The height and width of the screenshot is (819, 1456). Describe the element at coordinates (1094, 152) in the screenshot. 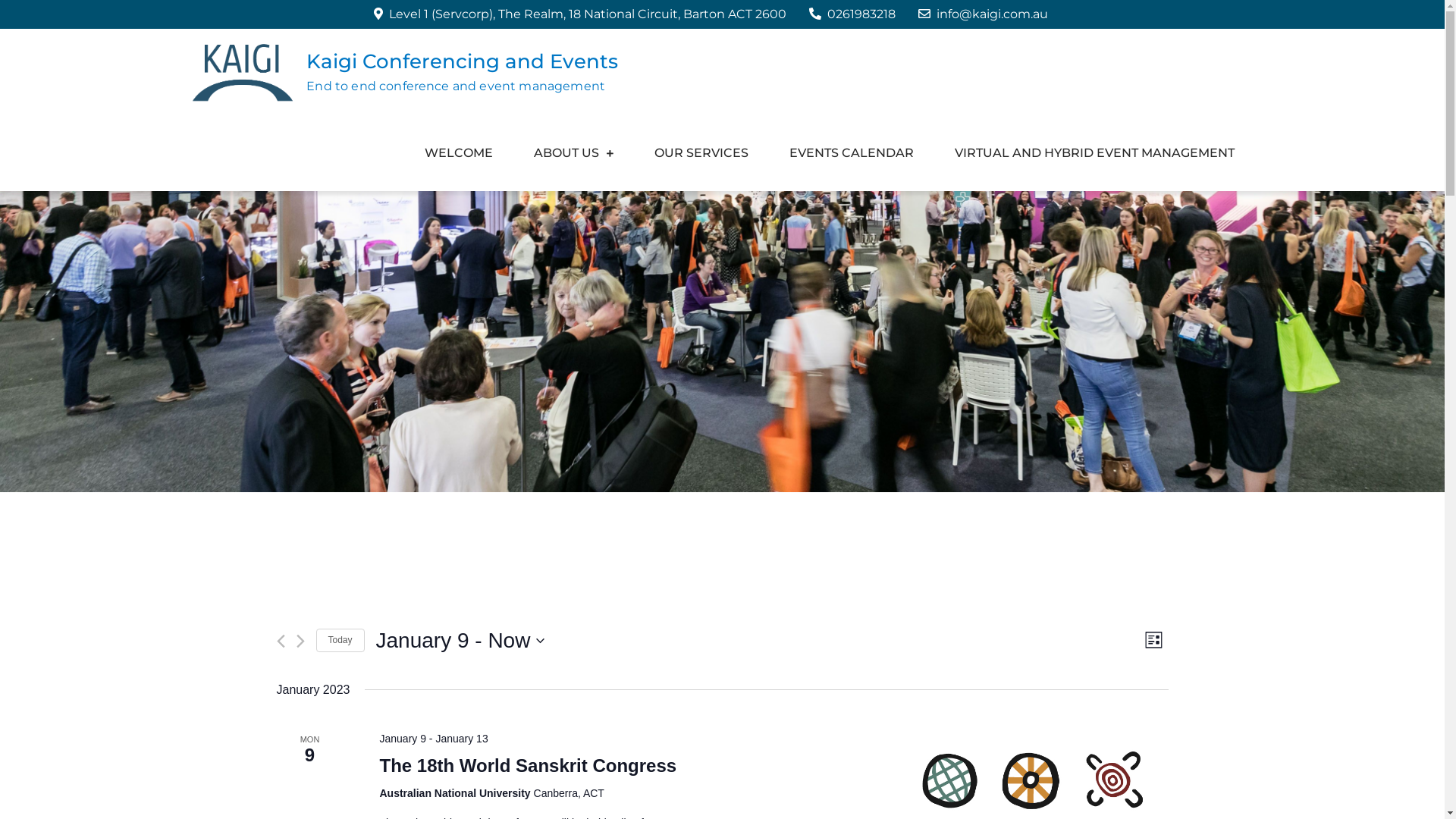

I see `'VIRTUAL AND HYBRID EVENT MANAGEMENT'` at that location.